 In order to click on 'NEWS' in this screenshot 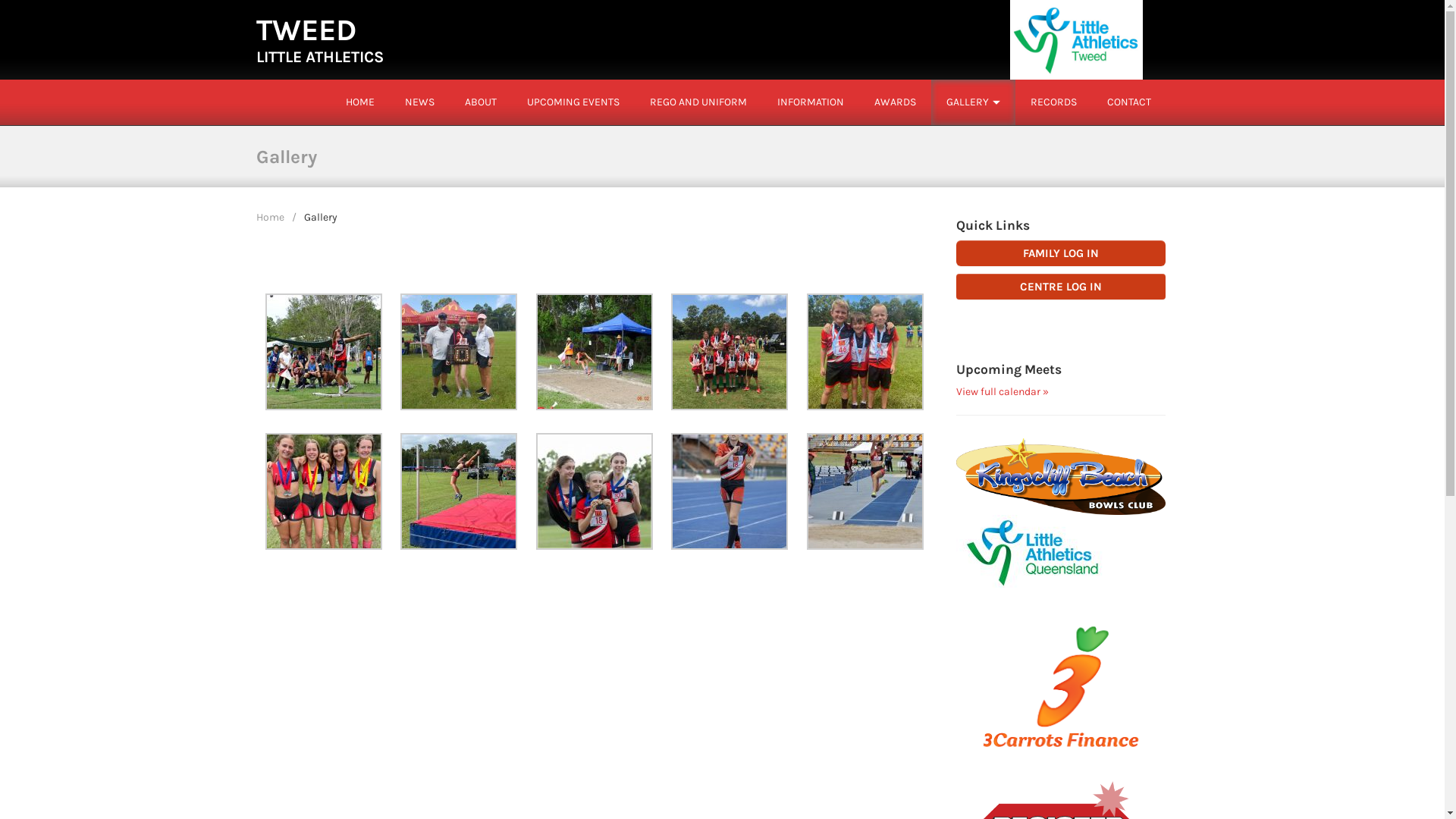, I will do `click(419, 102)`.